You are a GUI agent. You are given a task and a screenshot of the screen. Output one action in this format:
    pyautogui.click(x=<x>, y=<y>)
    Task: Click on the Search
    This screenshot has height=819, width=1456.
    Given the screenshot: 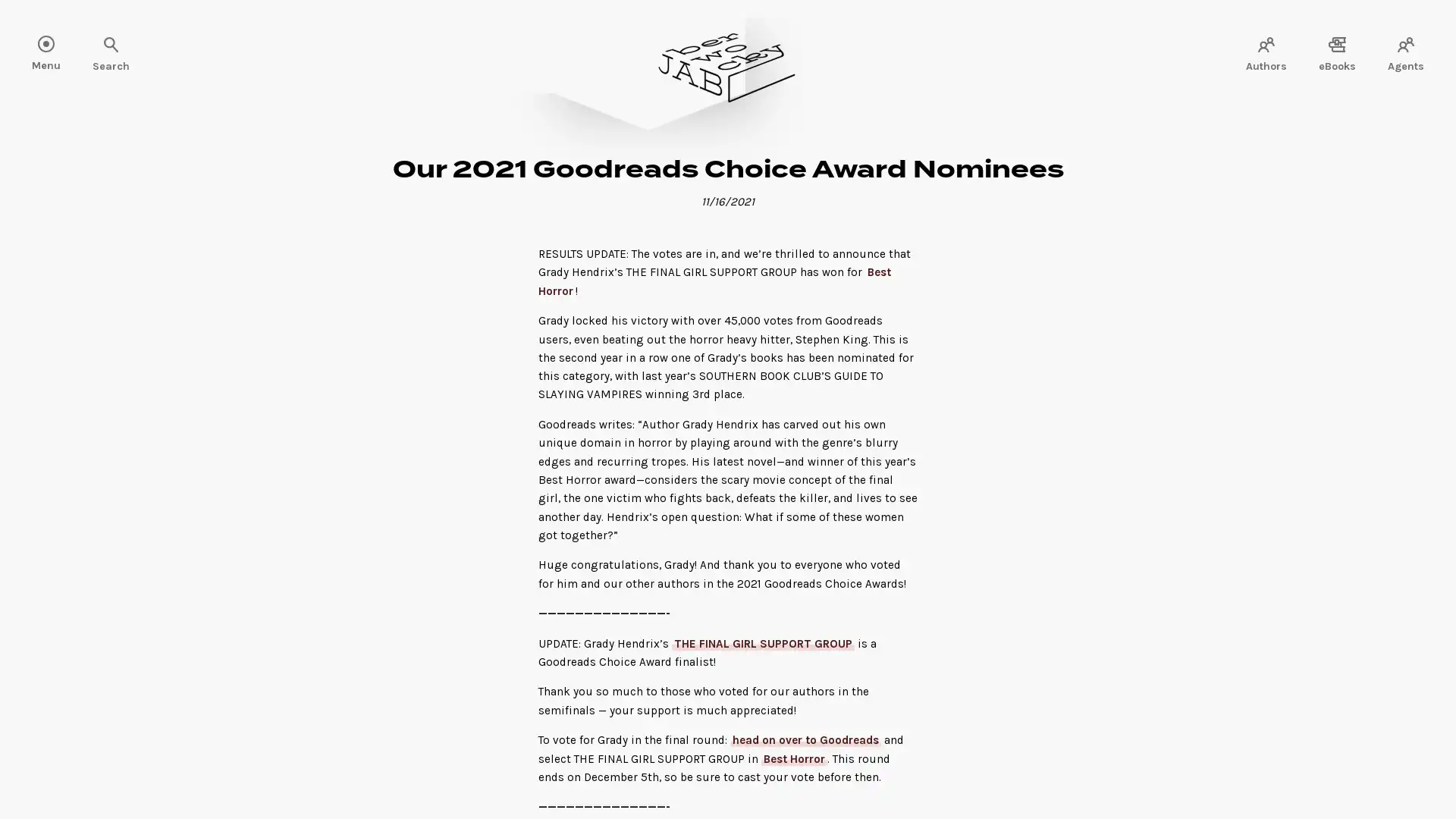 What is the action you would take?
    pyautogui.click(x=61, y=45)
    